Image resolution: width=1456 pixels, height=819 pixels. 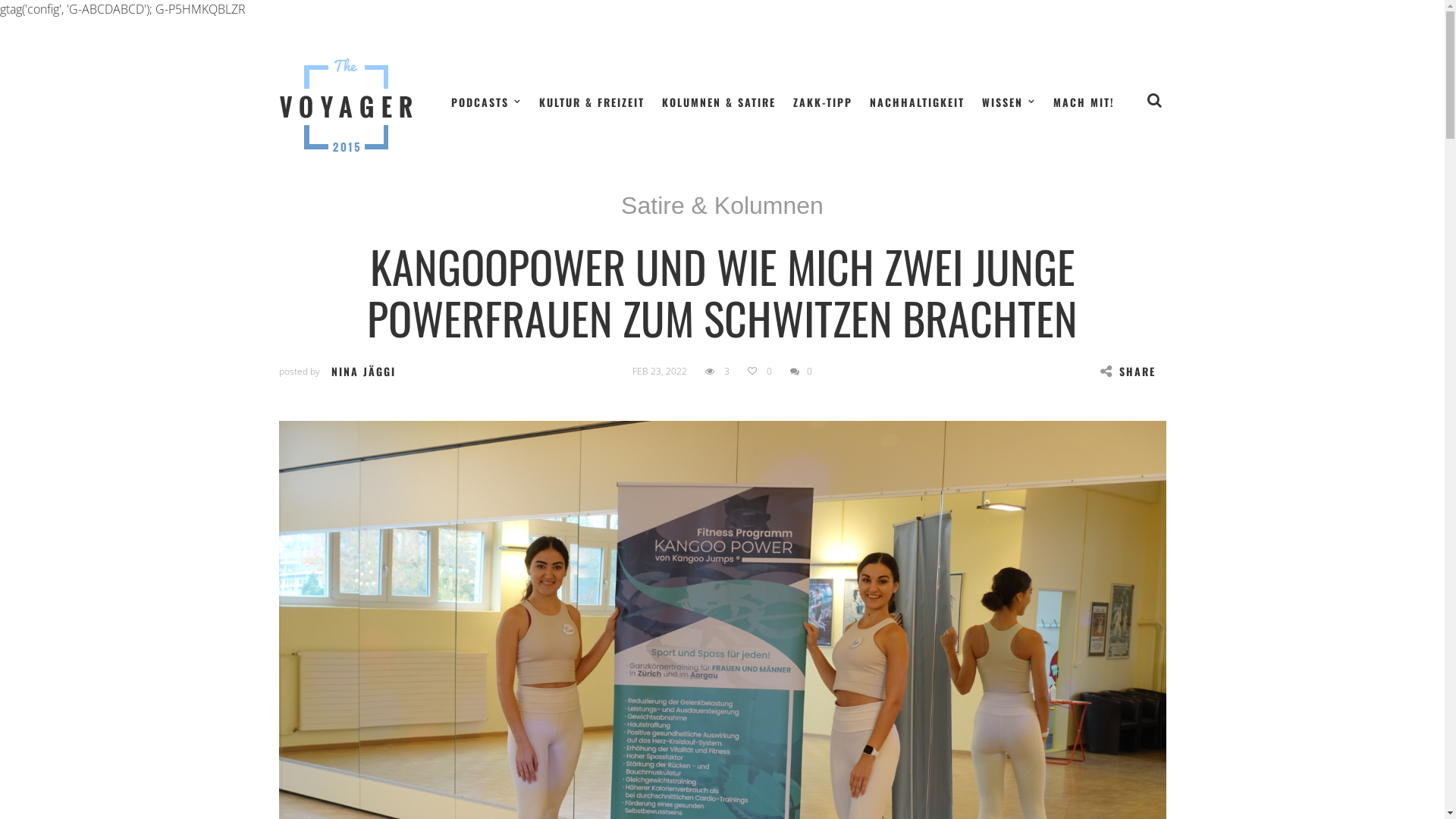 I want to click on 'NACHHALTIGKEIT', so click(x=915, y=102).